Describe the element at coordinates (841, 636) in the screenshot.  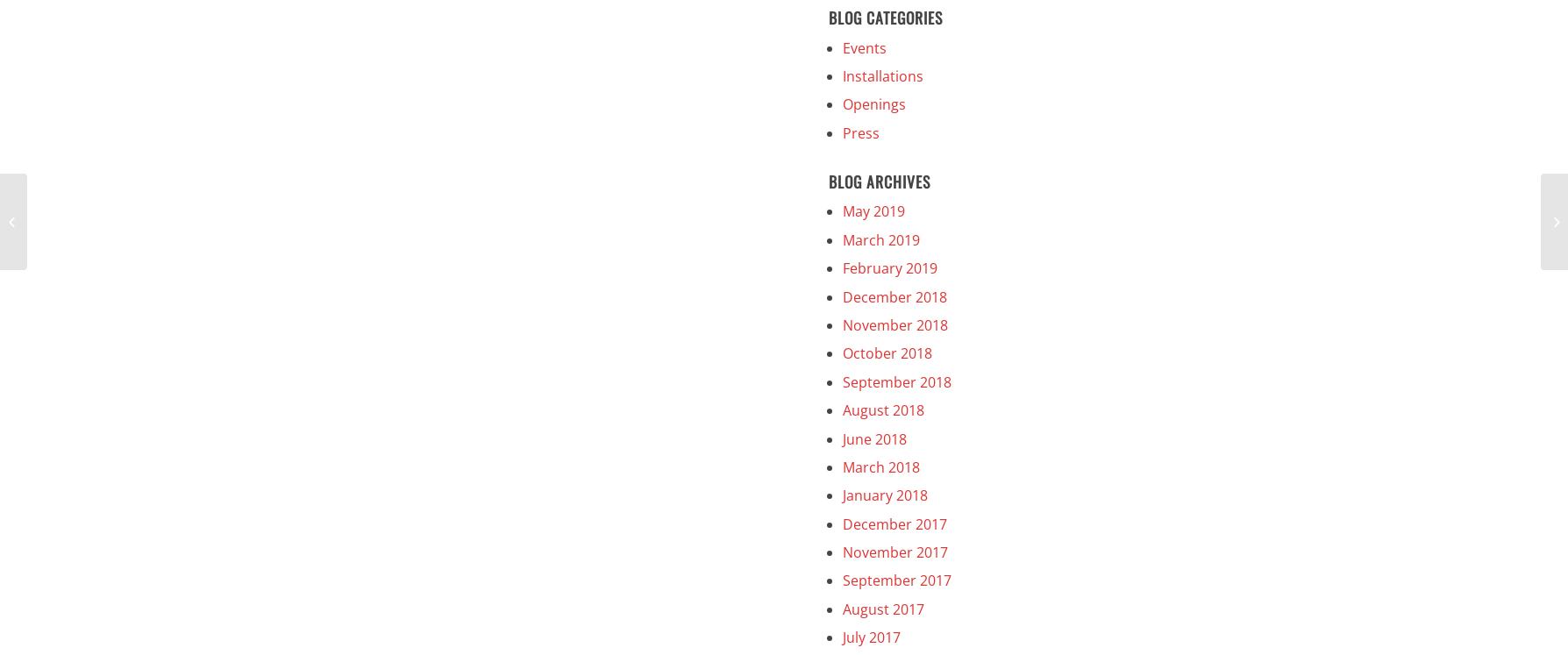
I see `'July 2017'` at that location.